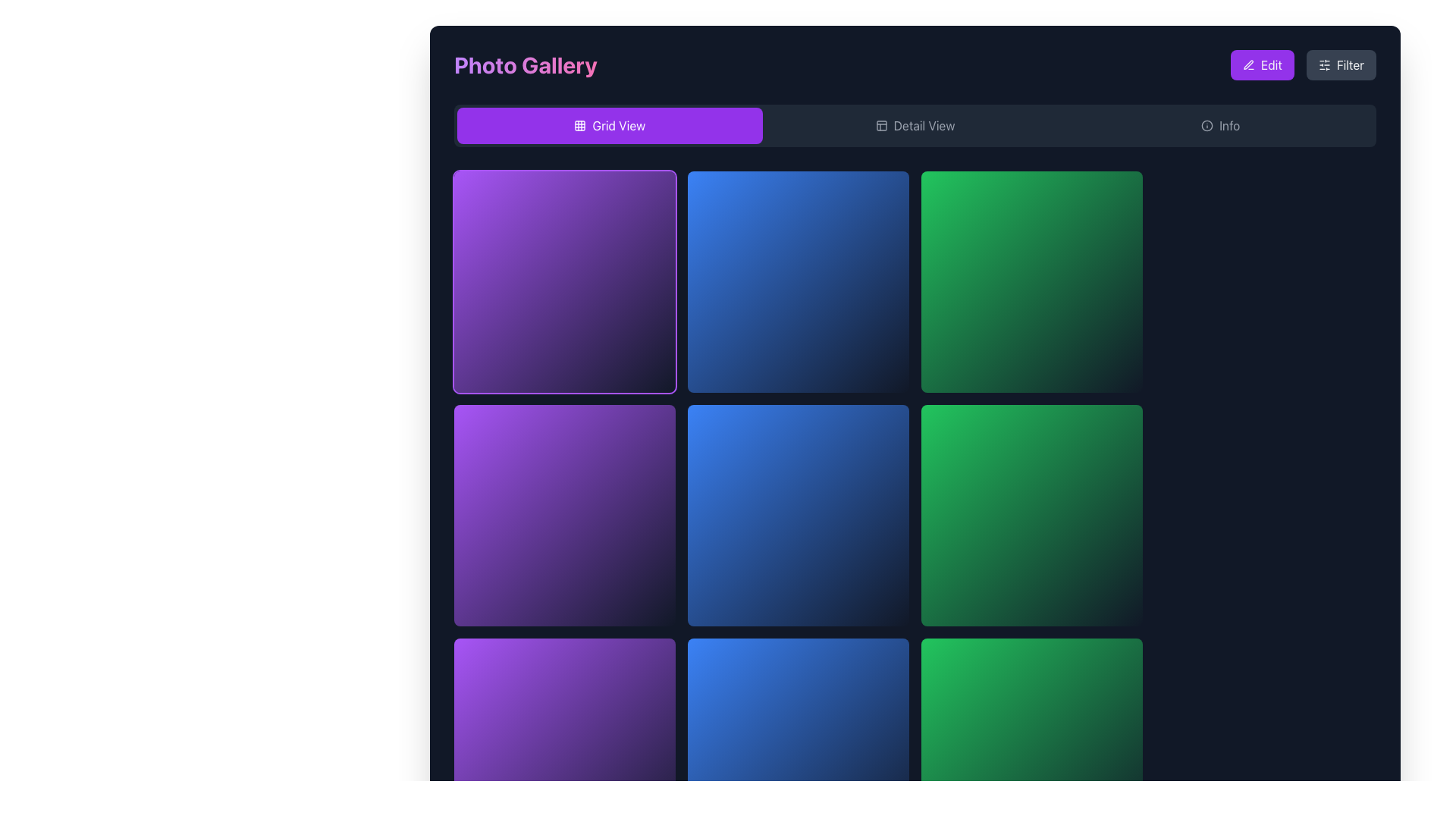 The image size is (1456, 819). I want to click on the 'Info' button, which is styled as a rounded rectangle with a dark background and features an icon on the left side of the text, so click(1220, 124).